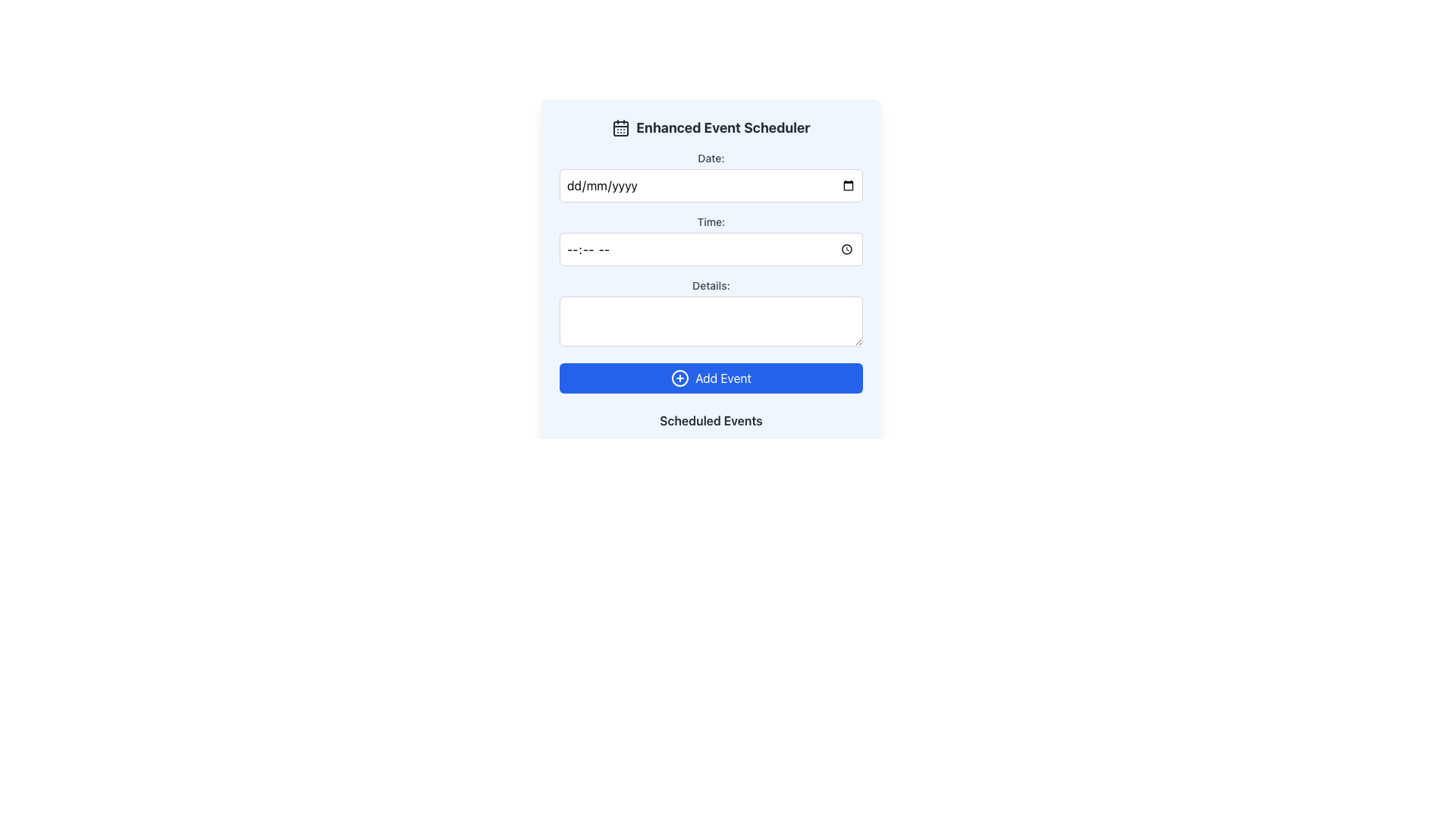 The height and width of the screenshot is (819, 1456). Describe the element at coordinates (621, 127) in the screenshot. I see `the calendar icon located at the top center of the application interface, adjacent to the left of the 'Enhanced Event Scheduler' title, which symbolizes event scheduling and date selection` at that location.